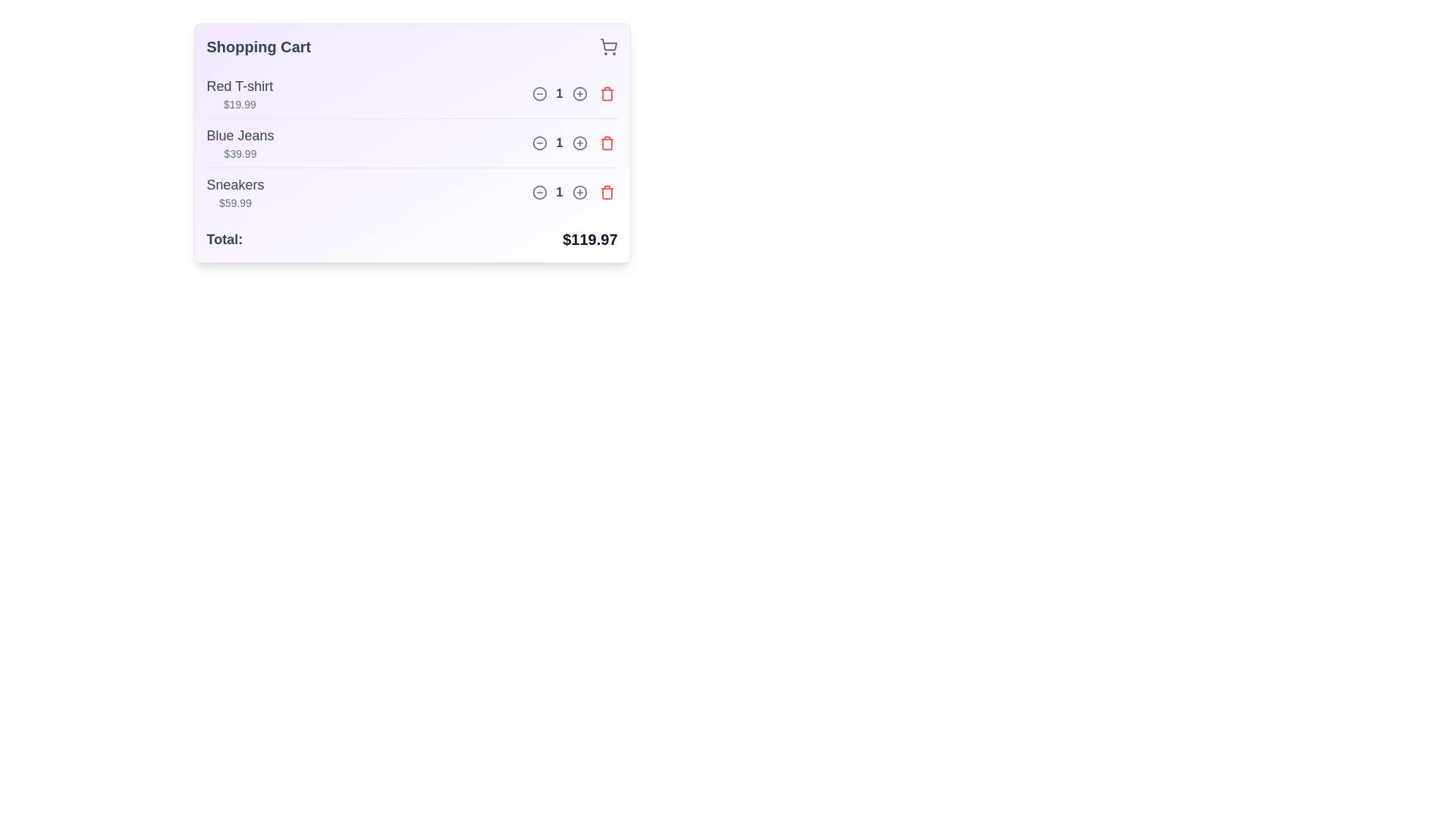 The width and height of the screenshot is (1456, 819). Describe the element at coordinates (607, 192) in the screenshot. I see `the remove item button located in the bottom-right corner of the shopping cart interface` at that location.